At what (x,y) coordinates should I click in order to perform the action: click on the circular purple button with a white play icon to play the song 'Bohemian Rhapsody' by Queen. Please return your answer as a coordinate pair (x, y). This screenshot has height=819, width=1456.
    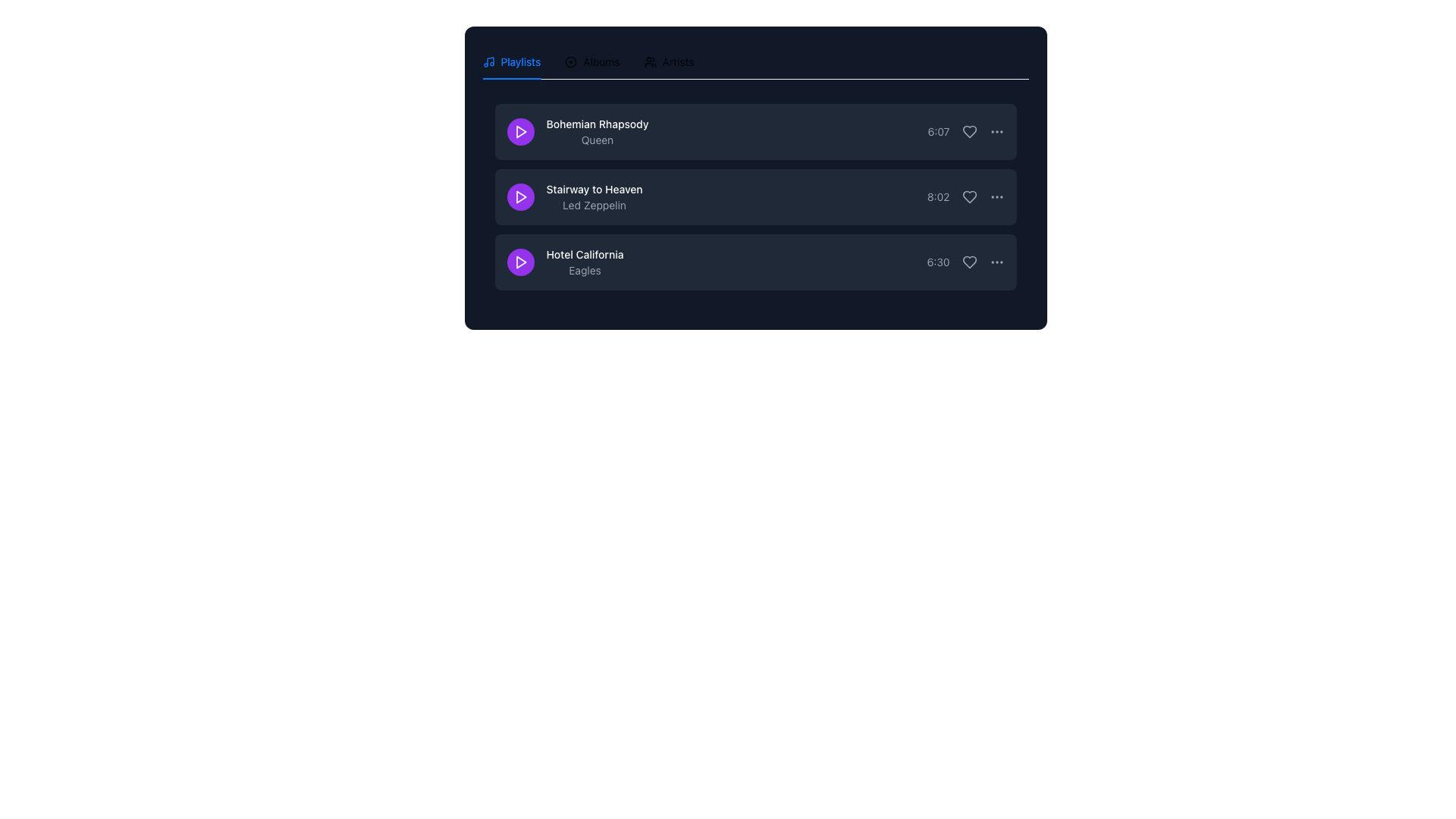
    Looking at the image, I should click on (520, 130).